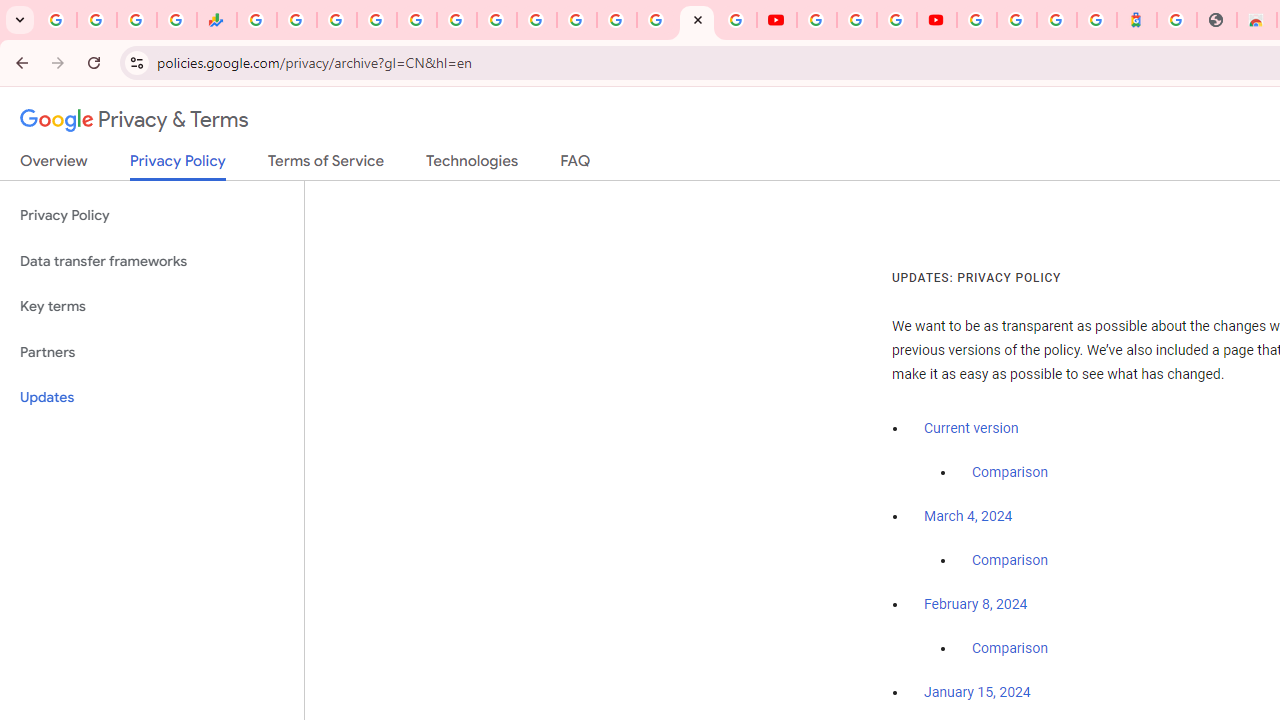 This screenshot has width=1280, height=720. I want to click on 'Atour Hotel - Google hotels', so click(1137, 20).